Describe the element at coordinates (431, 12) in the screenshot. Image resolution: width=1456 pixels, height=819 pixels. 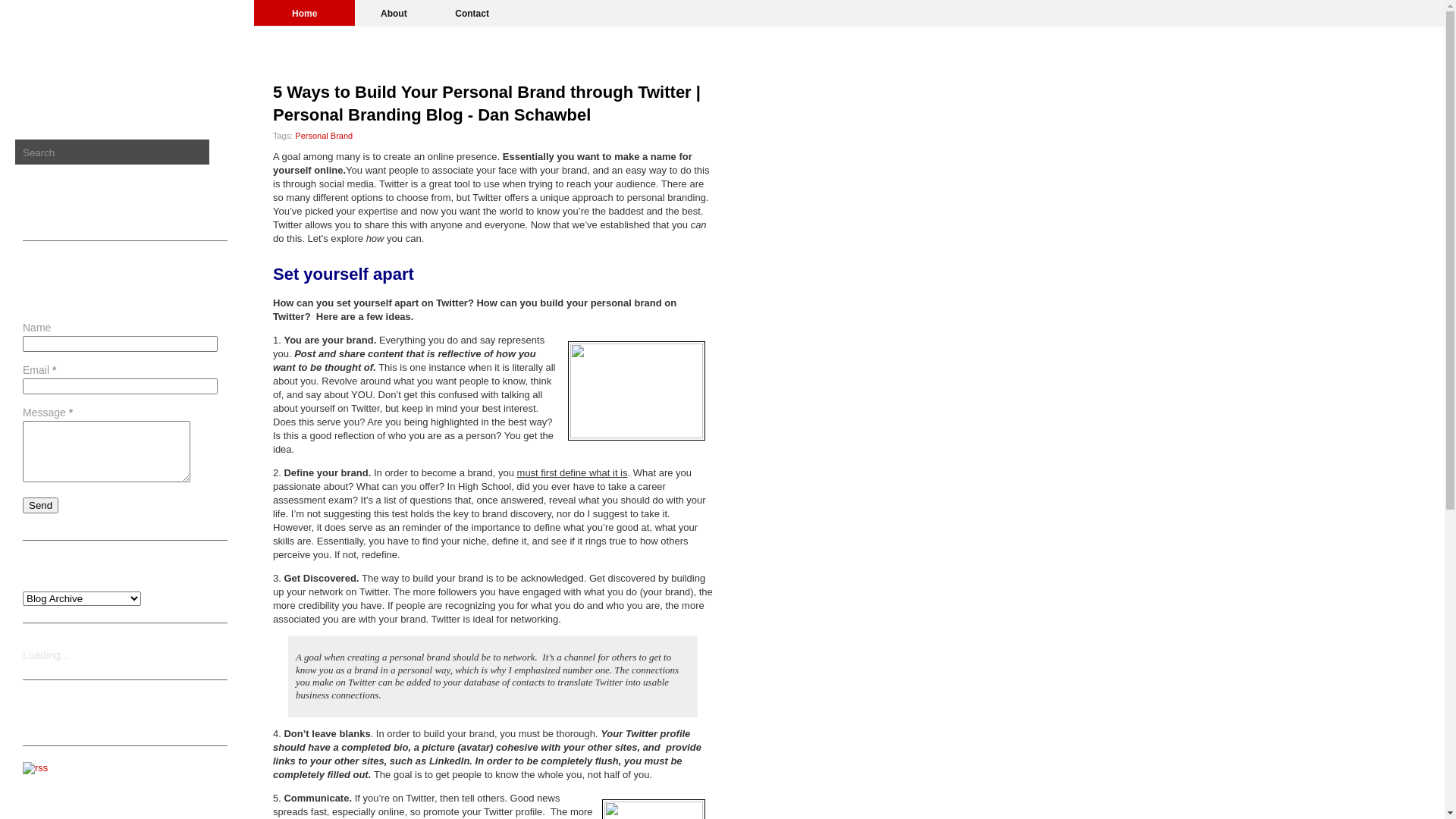
I see `'Contact'` at that location.